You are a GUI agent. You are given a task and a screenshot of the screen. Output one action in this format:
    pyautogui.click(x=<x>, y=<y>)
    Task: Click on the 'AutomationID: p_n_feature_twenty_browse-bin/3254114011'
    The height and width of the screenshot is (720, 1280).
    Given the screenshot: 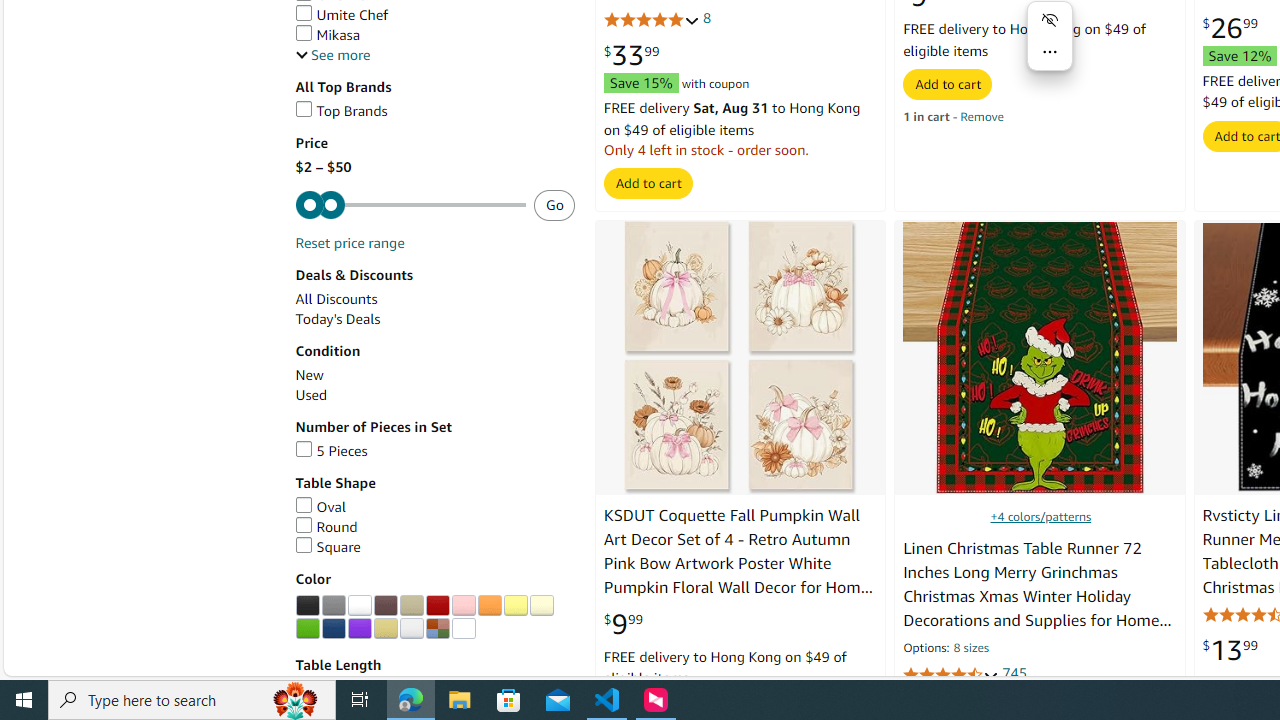 What is the action you would take?
    pyautogui.click(x=462, y=627)
    